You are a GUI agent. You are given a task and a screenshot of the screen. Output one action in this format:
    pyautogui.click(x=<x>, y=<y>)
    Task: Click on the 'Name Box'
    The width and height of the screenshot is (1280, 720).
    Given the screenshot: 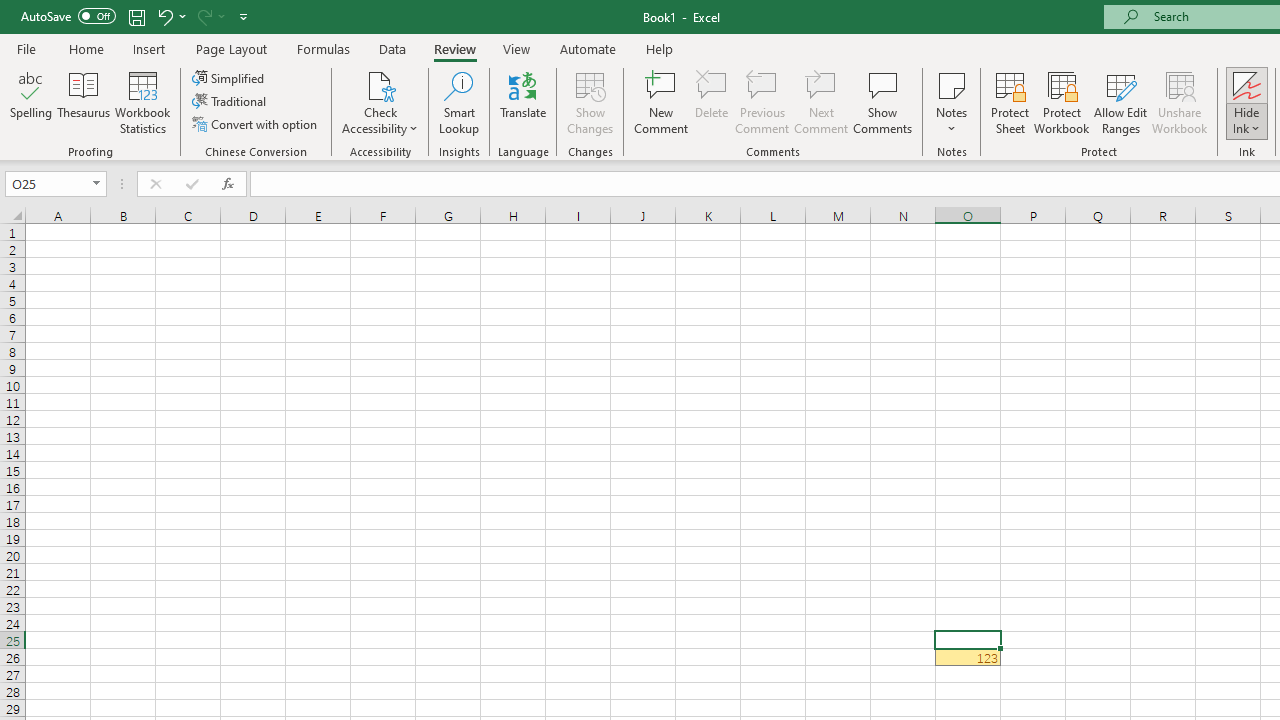 What is the action you would take?
    pyautogui.click(x=47, y=183)
    